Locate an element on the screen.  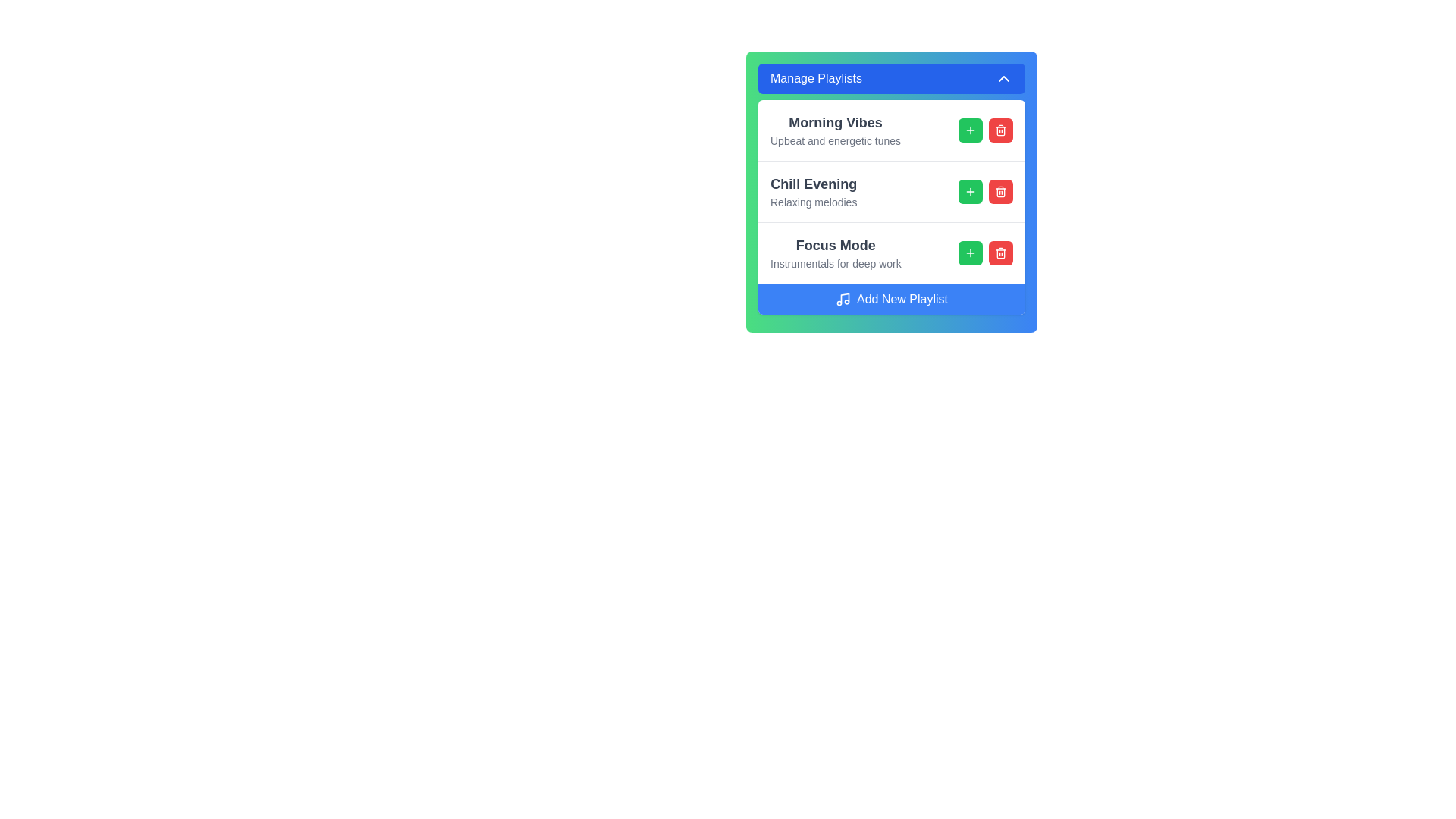
the red trash can icon button is located at coordinates (1001, 130).